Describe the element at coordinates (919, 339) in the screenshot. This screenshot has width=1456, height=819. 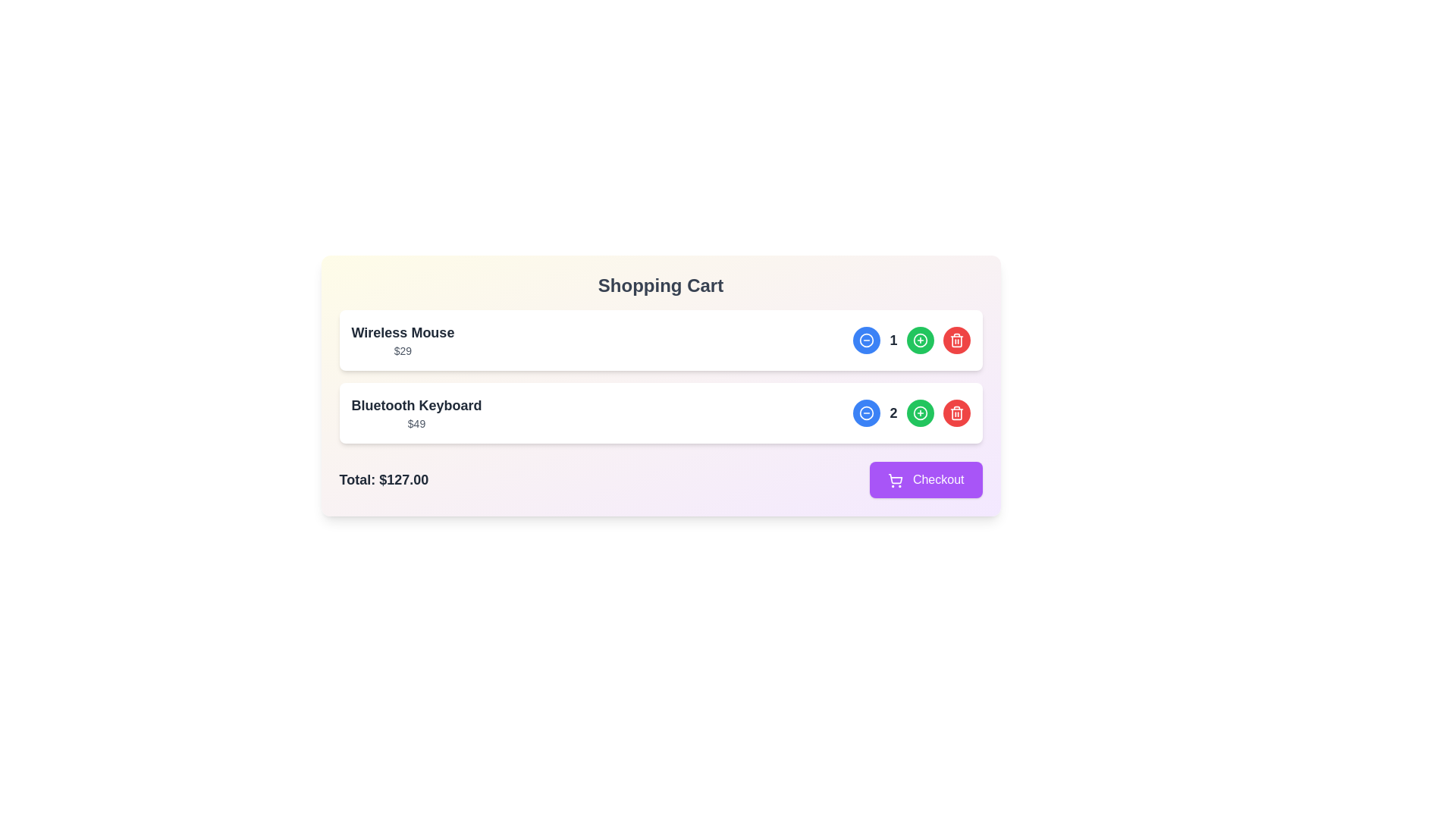
I see `the circular green button with a white plus sign (+) located on the right side of the top product row in the shopping cart interface to increase the quantity of the 'Wireless Mouse' item` at that location.